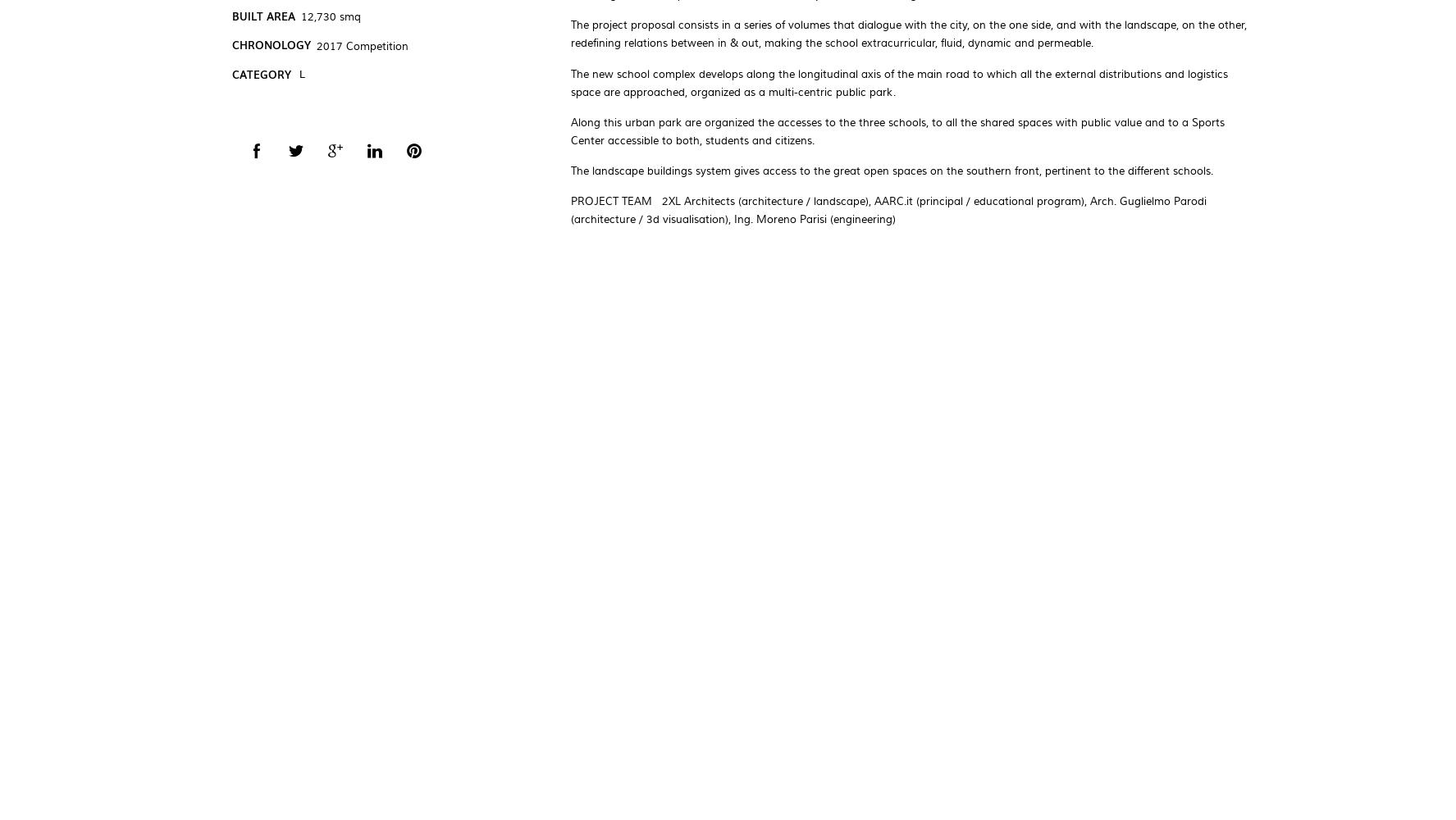 Image resolution: width=1456 pixels, height=820 pixels. What do you see at coordinates (262, 15) in the screenshot?
I see `'Built Area'` at bounding box center [262, 15].